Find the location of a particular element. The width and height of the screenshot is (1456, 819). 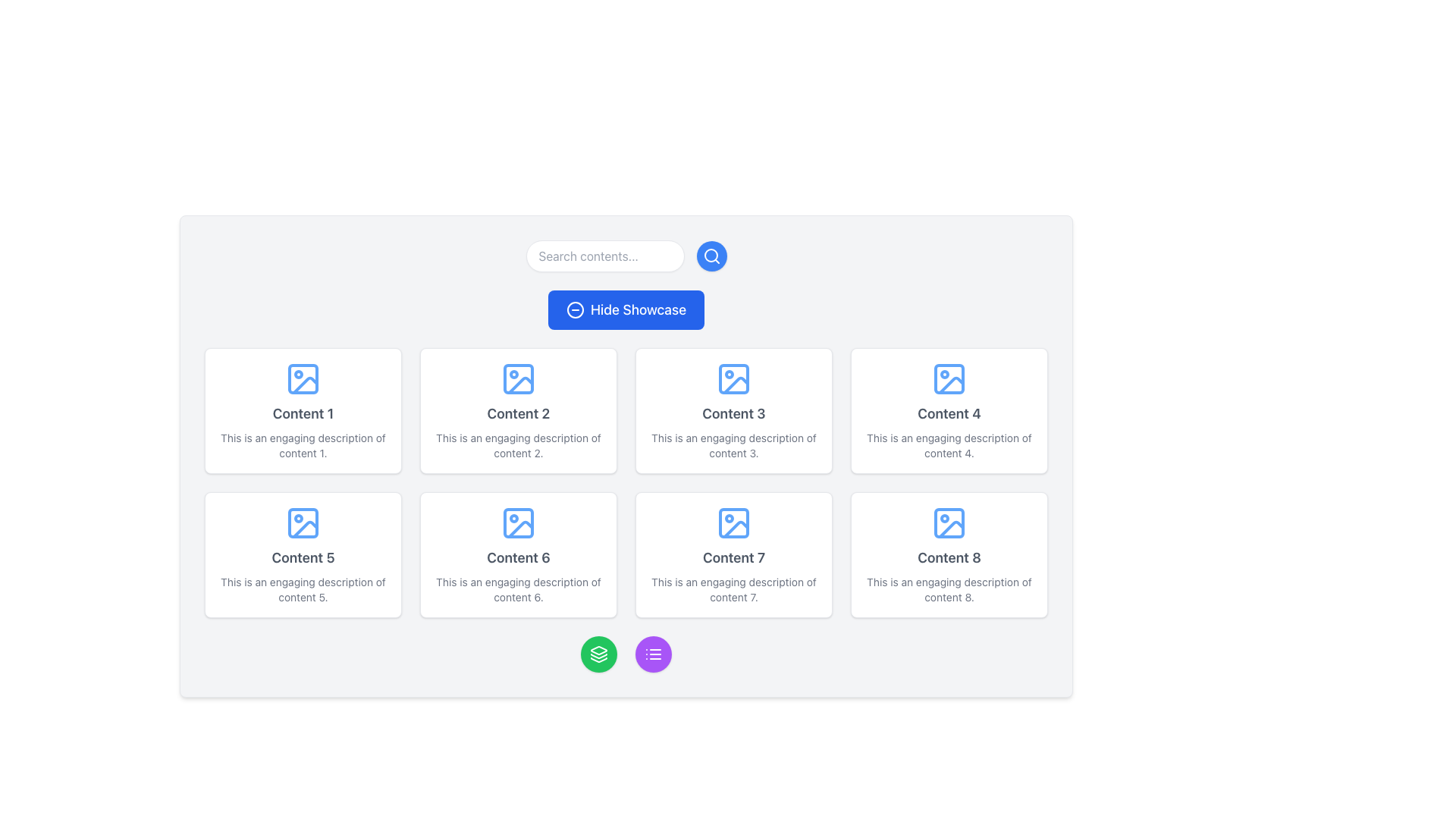

the text label element that reads 'This is an engaging description of content 1.' located under the title 'Content 1' in its card is located at coordinates (303, 444).